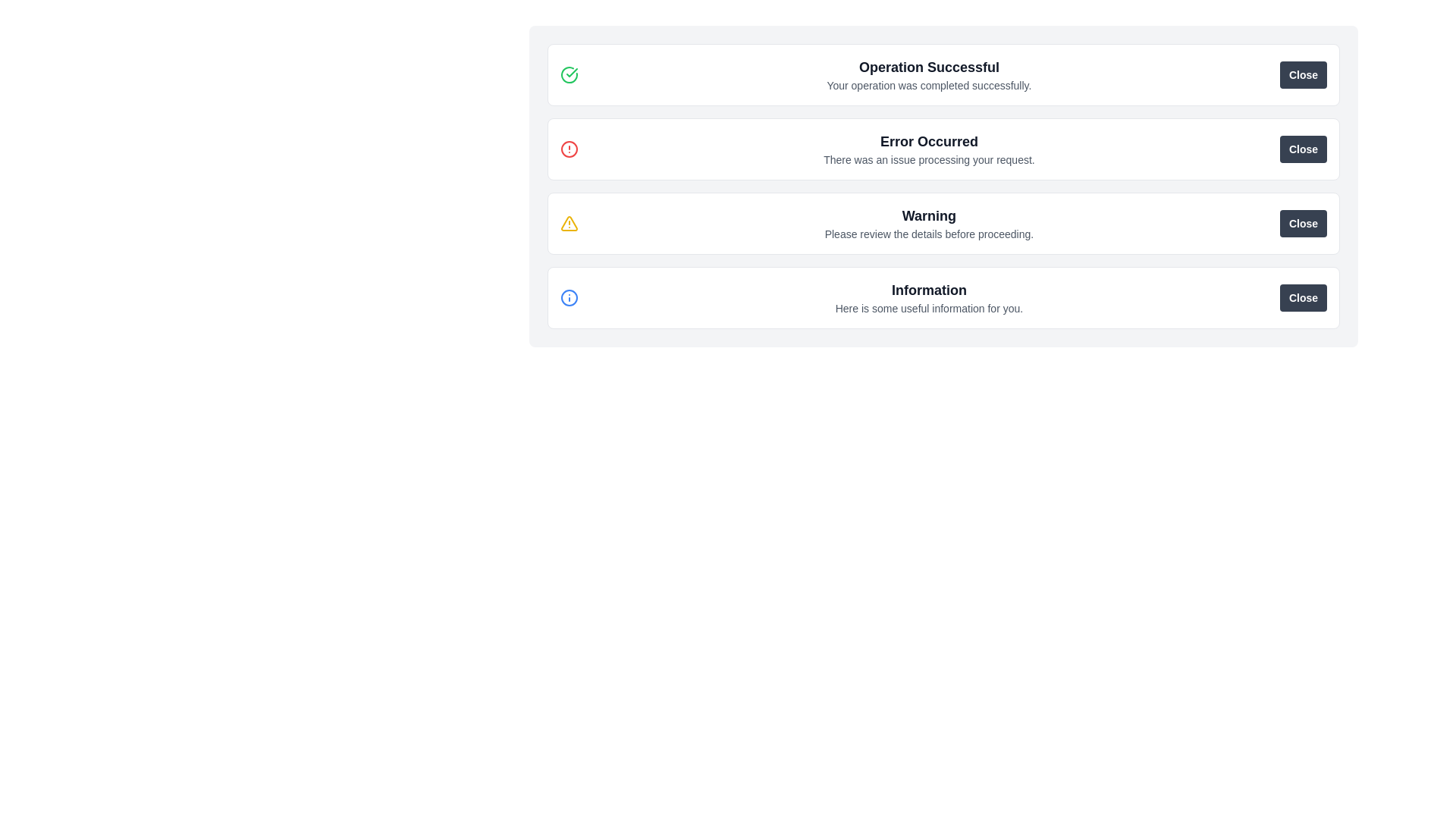 The image size is (1456, 819). What do you see at coordinates (568, 298) in the screenshot?
I see `the information icon located in the fourth item of the vertically stacked list of notification cards, which signifies information or an information-related message` at bounding box center [568, 298].